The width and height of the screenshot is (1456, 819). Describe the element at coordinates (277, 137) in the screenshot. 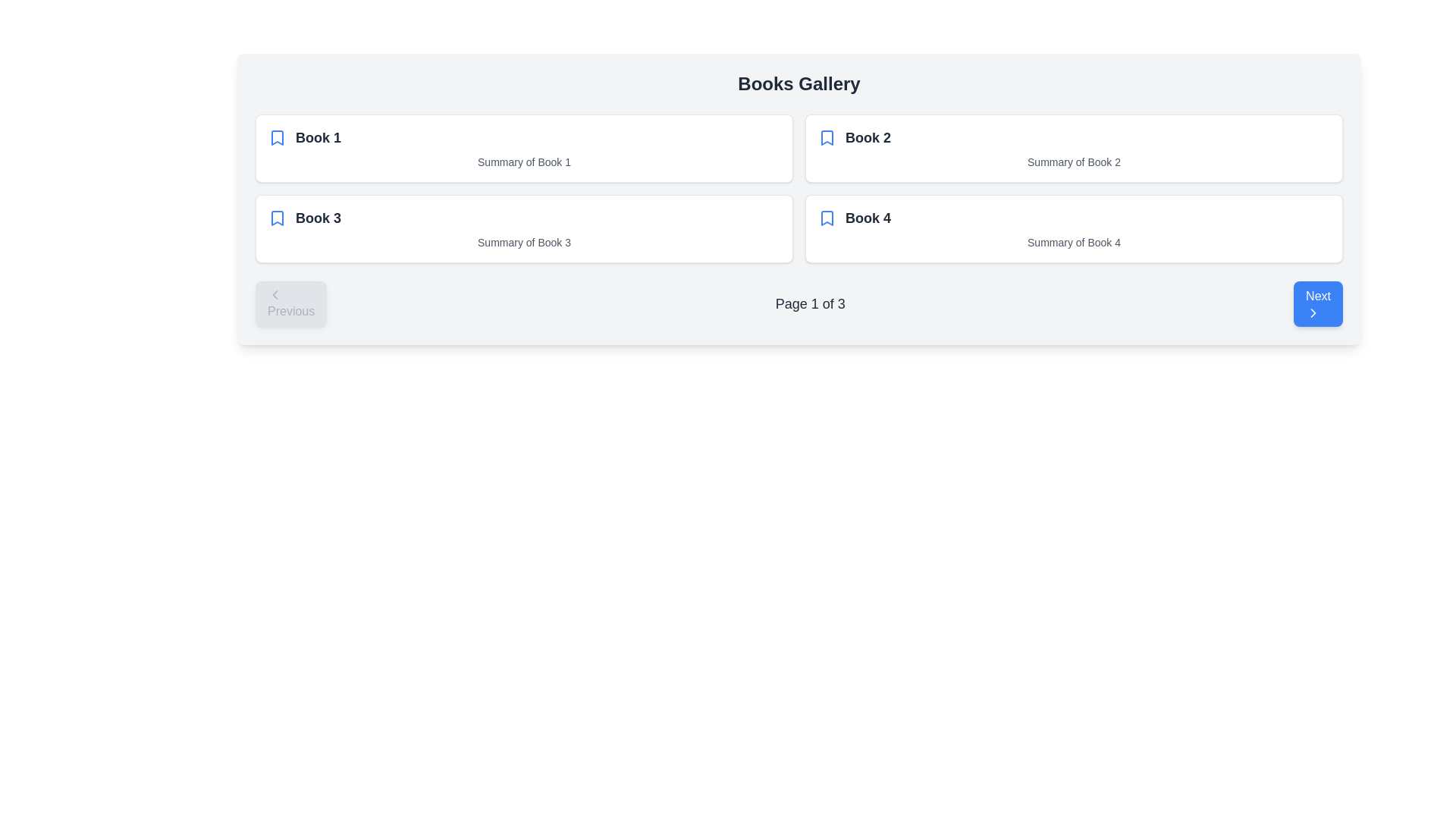

I see `the blue bookmark icon located on the left side of the 'Book 1' text label within the 'Books Gallery'` at that location.